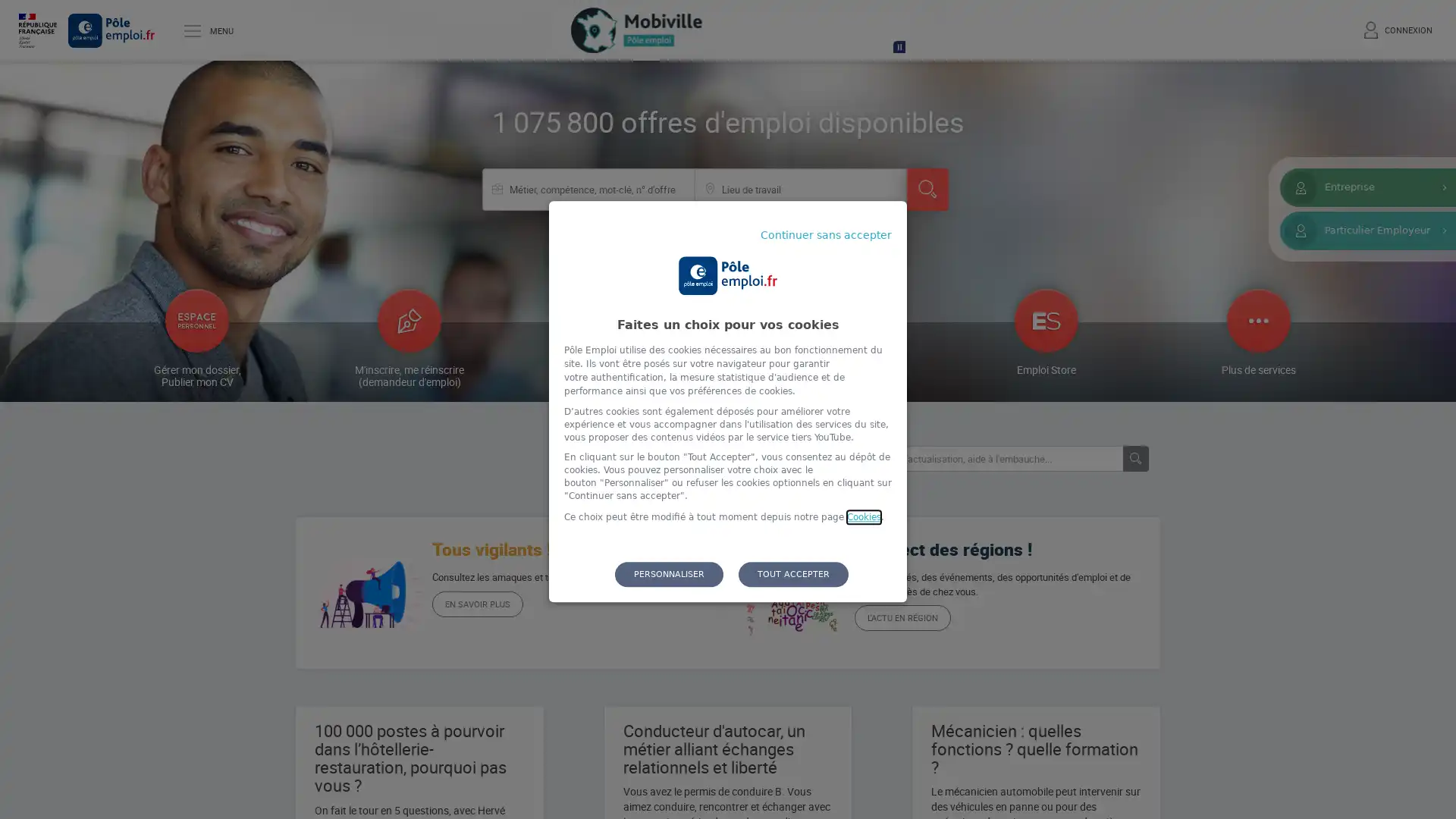 The height and width of the screenshot is (819, 1456). I want to click on RECHERCHER UNE INFORMATION SUR POLE EMPLOI, so click(1135, 458).